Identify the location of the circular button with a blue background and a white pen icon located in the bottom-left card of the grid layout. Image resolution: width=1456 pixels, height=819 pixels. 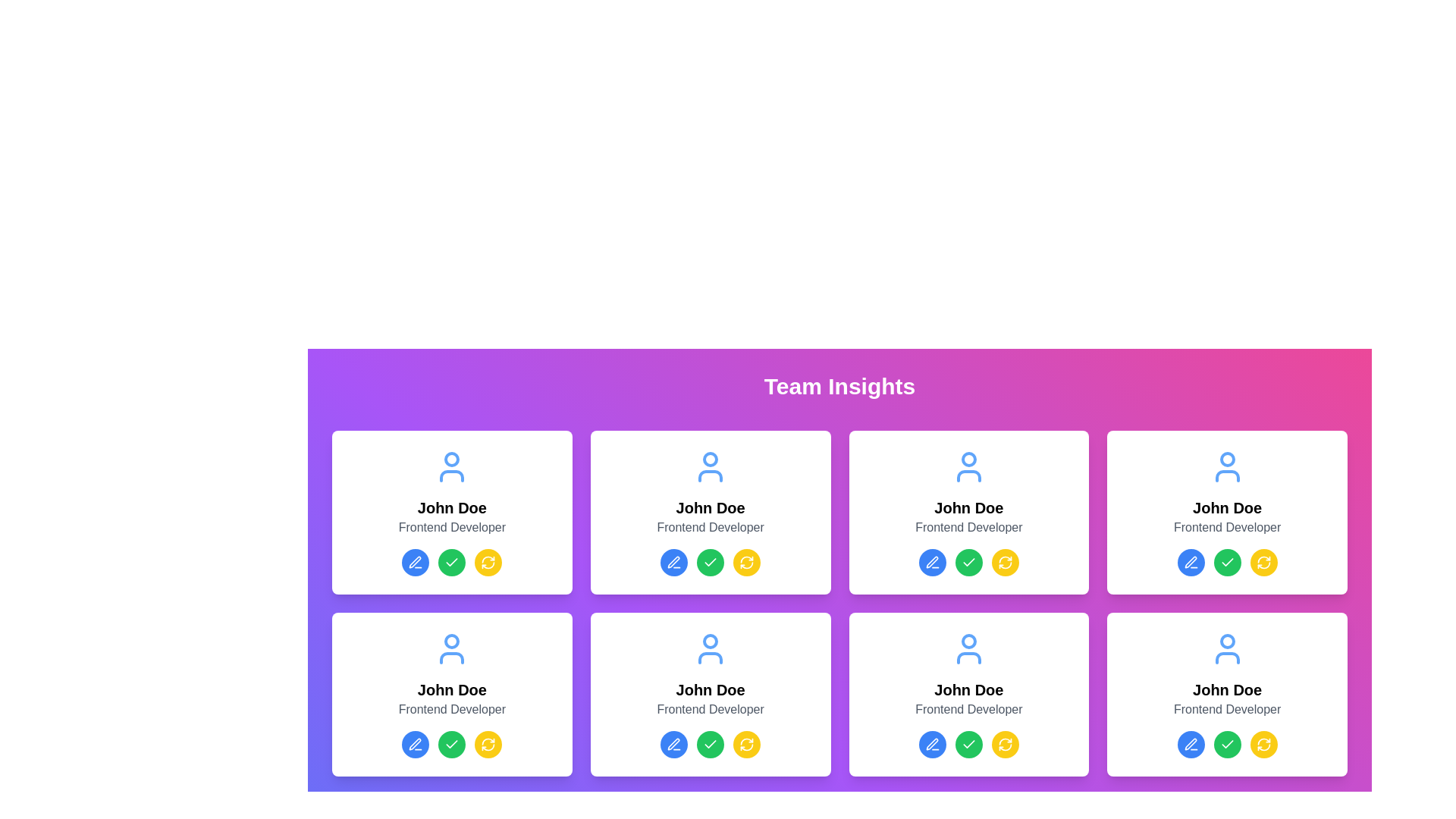
(673, 744).